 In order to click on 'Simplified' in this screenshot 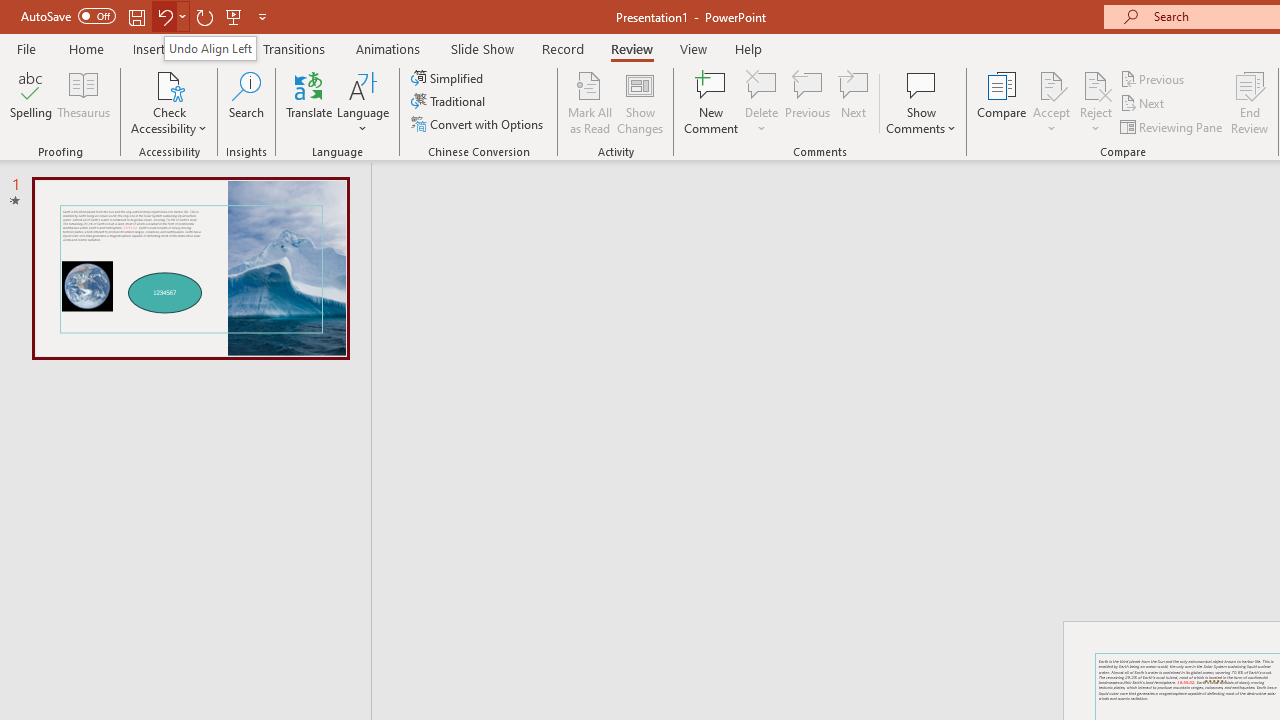, I will do `click(448, 77)`.